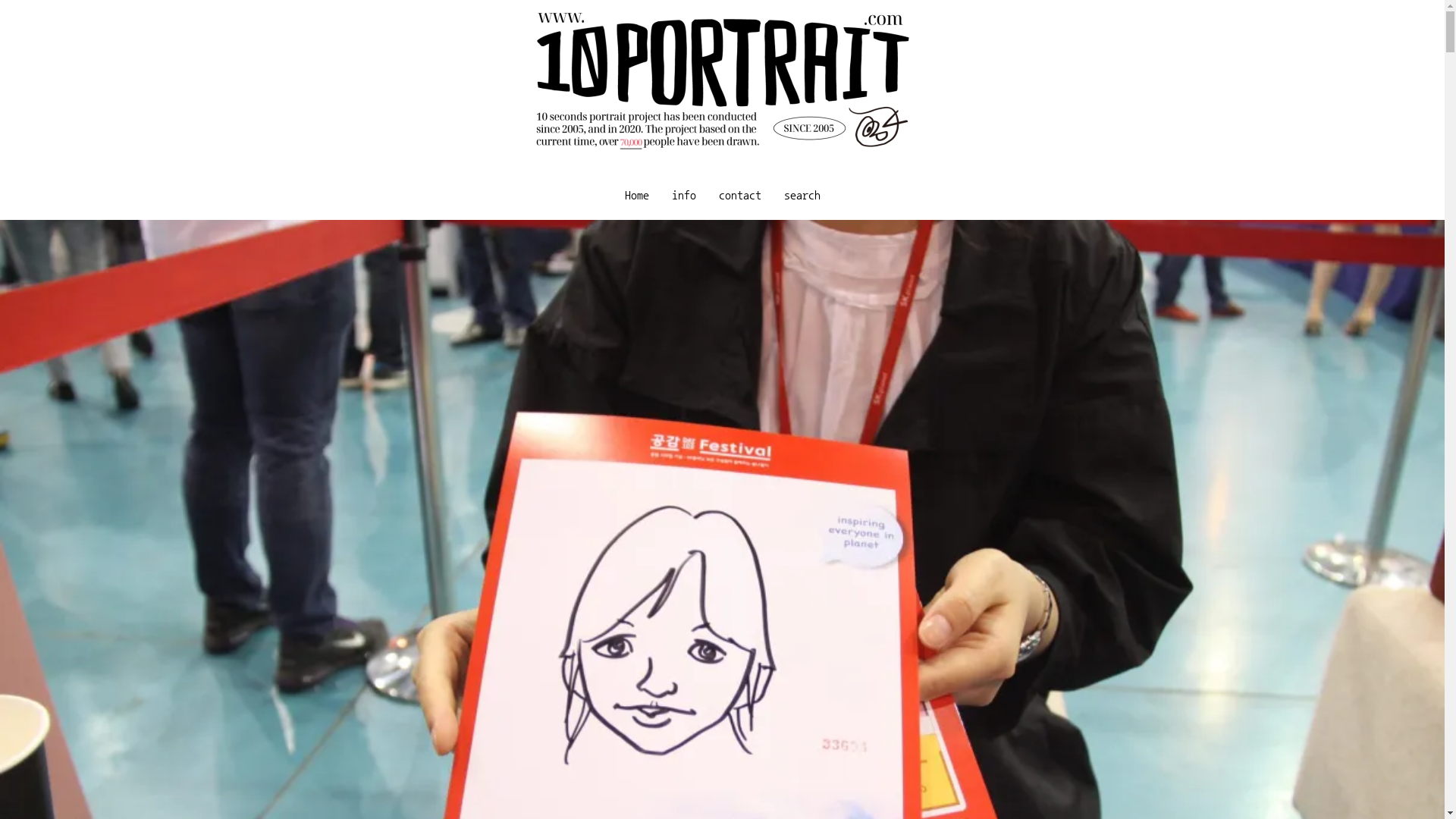 This screenshot has width=1456, height=819. What do you see at coordinates (612, 194) in the screenshot?
I see `'Home'` at bounding box center [612, 194].